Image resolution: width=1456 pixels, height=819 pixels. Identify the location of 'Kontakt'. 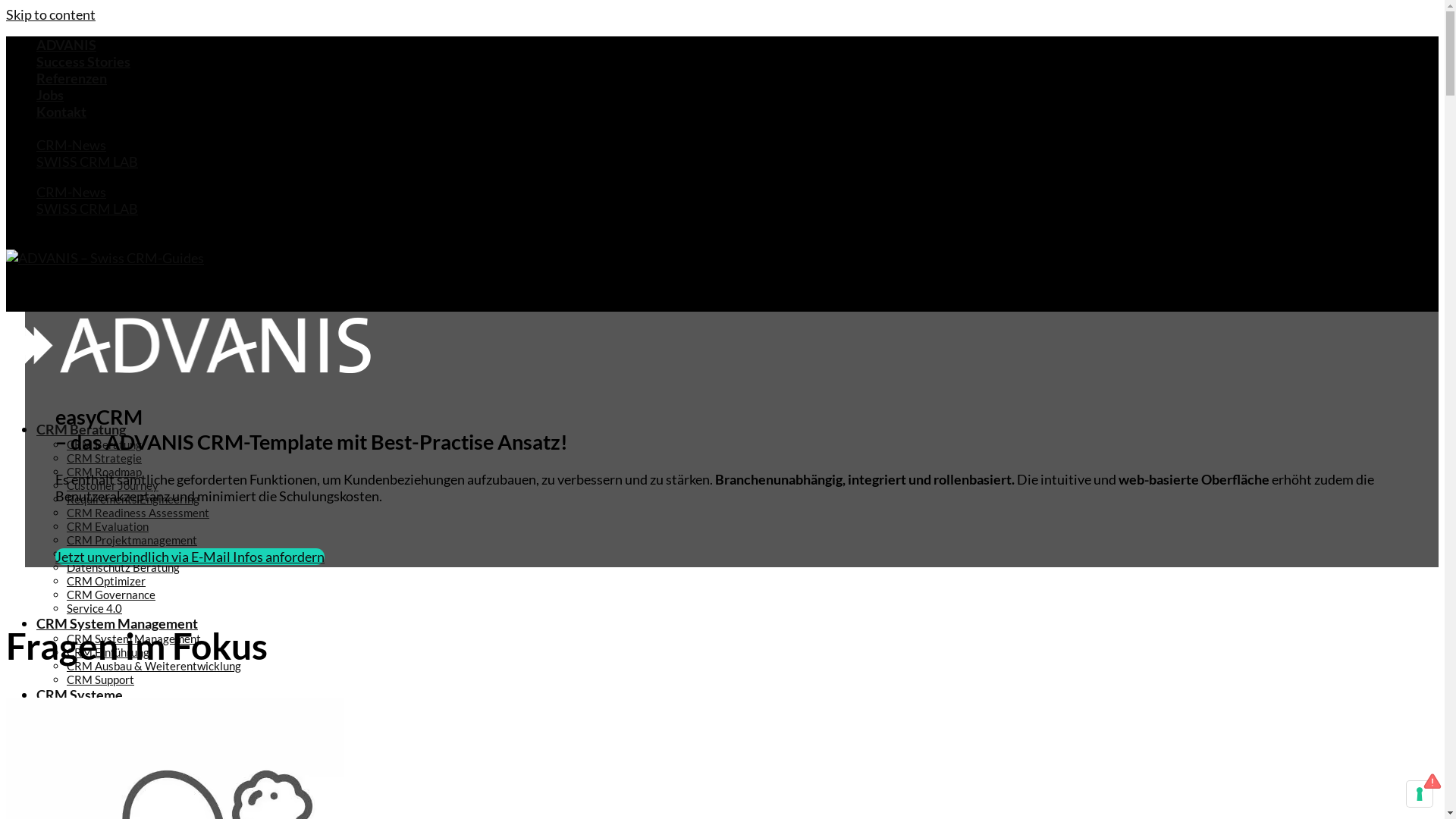
(61, 110).